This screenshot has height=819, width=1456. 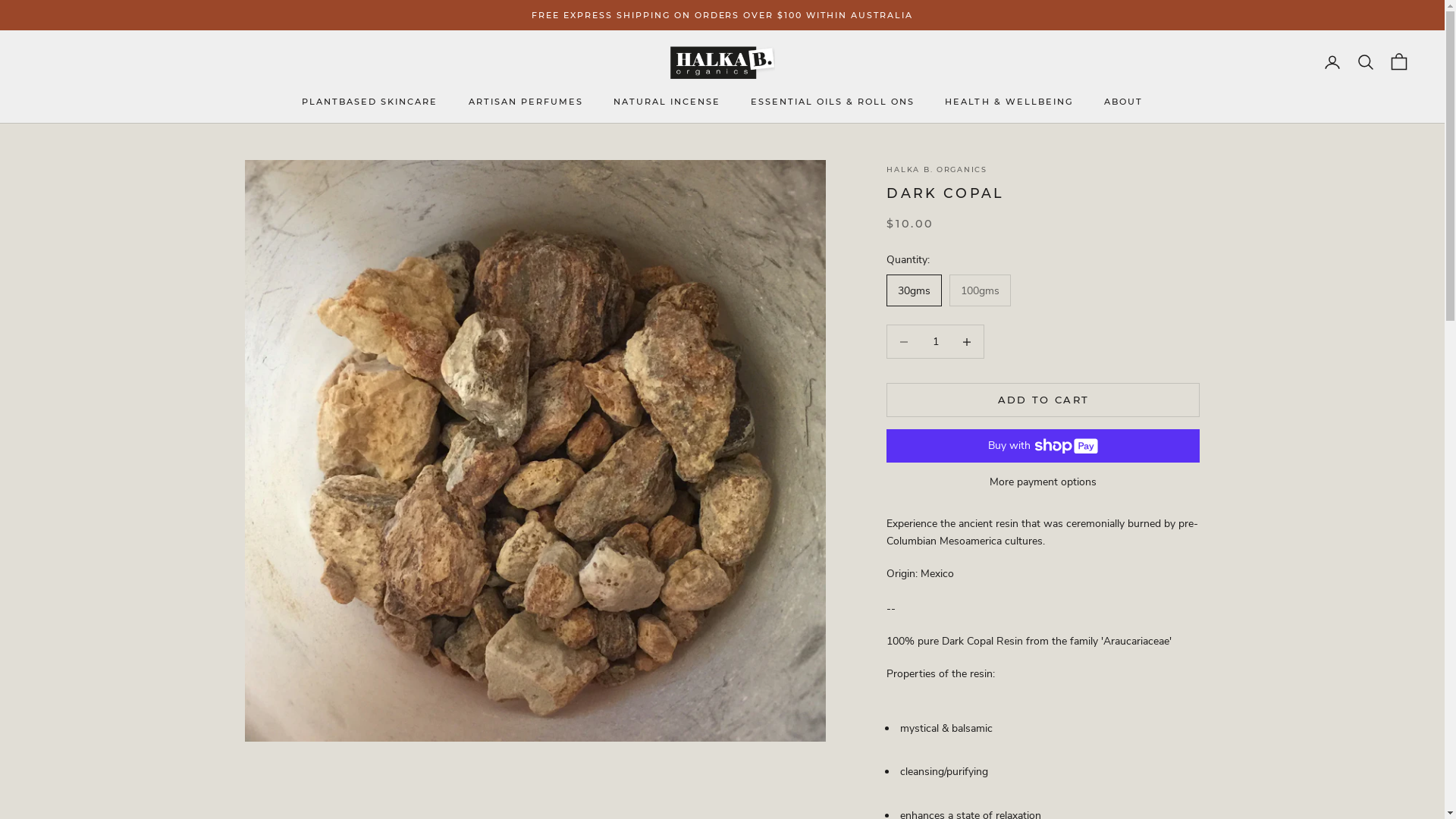 I want to click on 'Open cart', so click(x=1398, y=61).